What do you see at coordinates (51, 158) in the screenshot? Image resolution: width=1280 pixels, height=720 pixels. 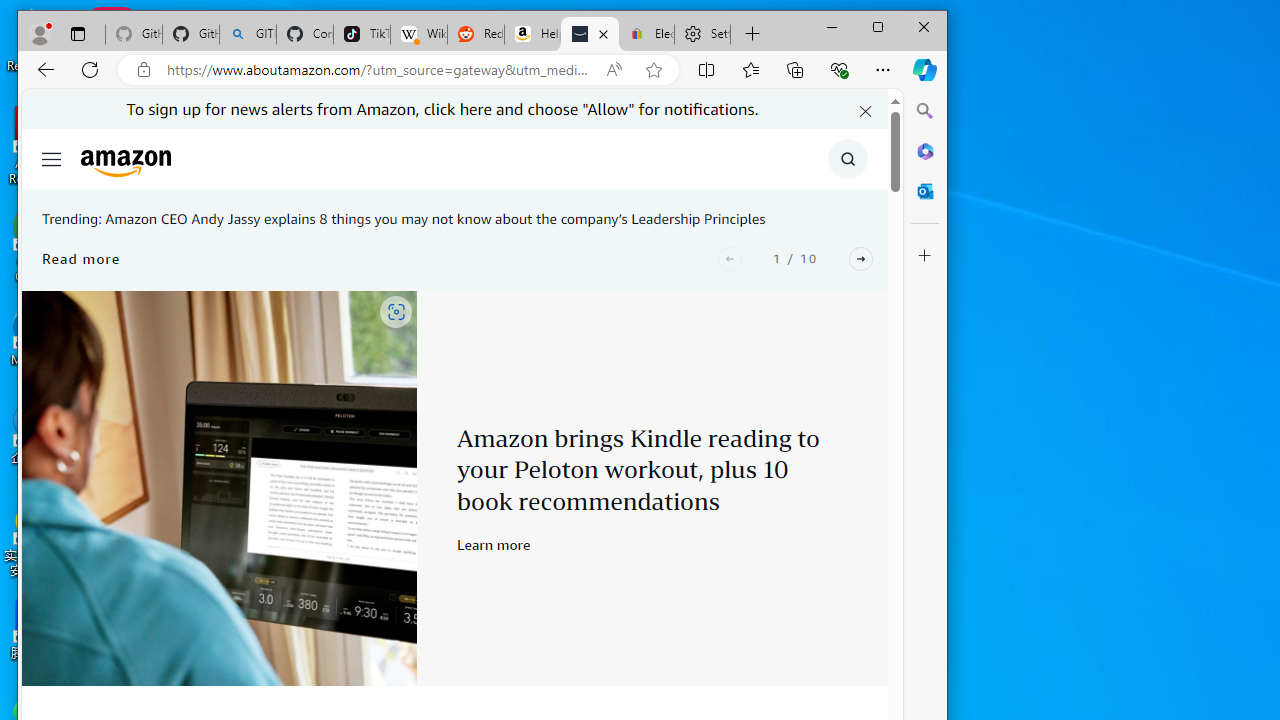 I see `'Menu'` at bounding box center [51, 158].